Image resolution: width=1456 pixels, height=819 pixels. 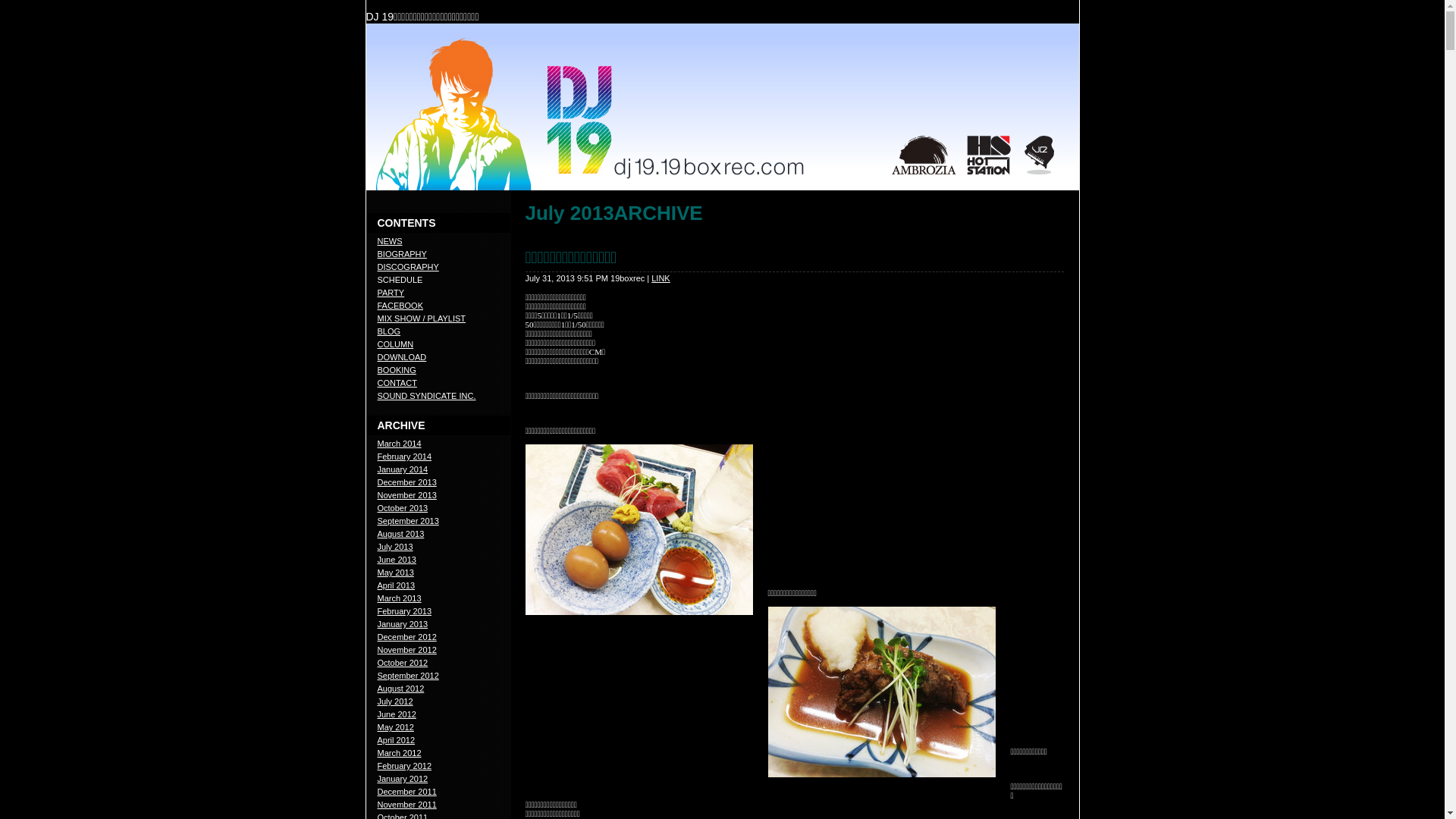 I want to click on 'January 2014', so click(x=403, y=468).